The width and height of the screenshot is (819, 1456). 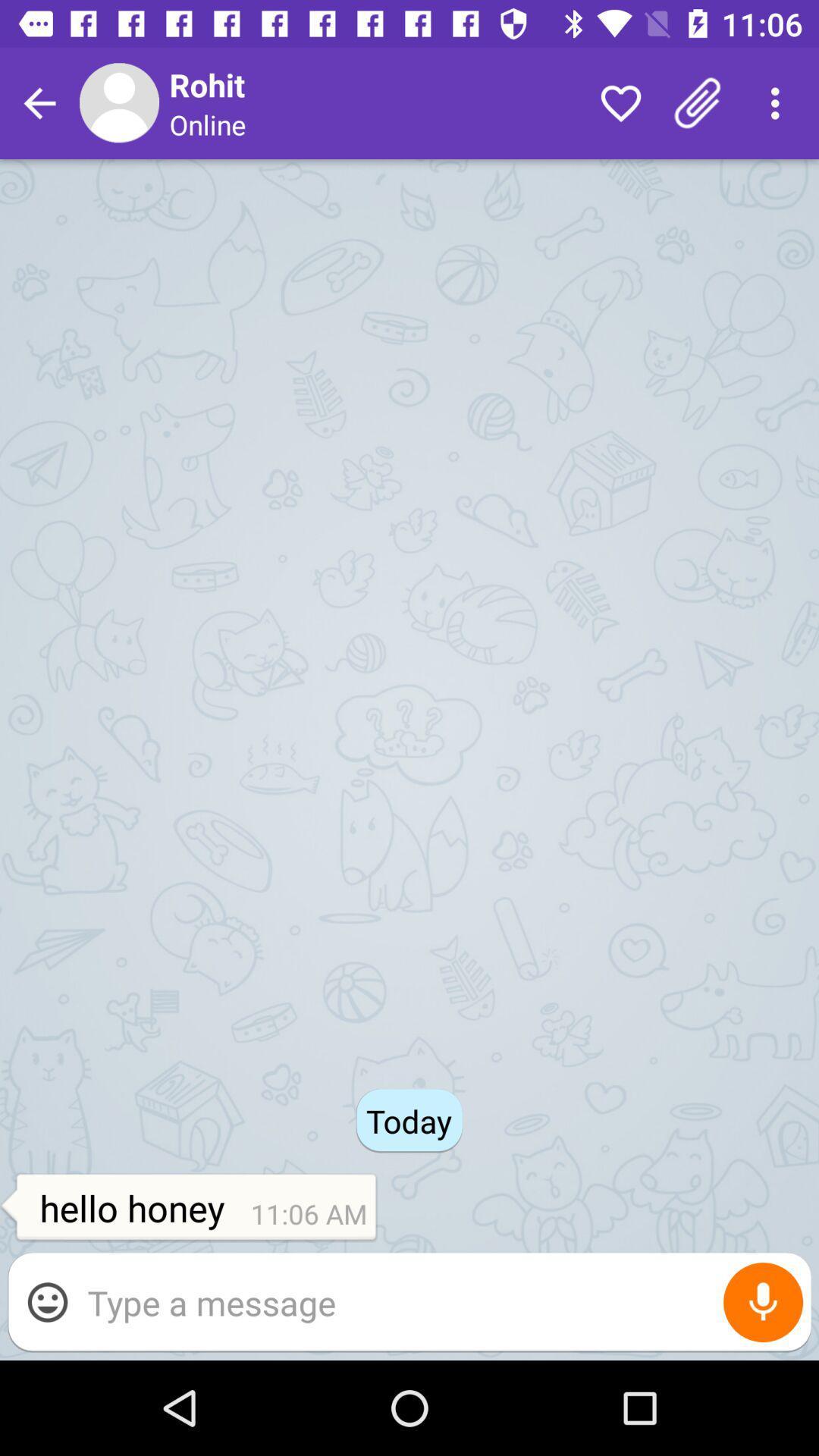 What do you see at coordinates (763, 1301) in the screenshot?
I see `the item at the bottom right corner` at bounding box center [763, 1301].